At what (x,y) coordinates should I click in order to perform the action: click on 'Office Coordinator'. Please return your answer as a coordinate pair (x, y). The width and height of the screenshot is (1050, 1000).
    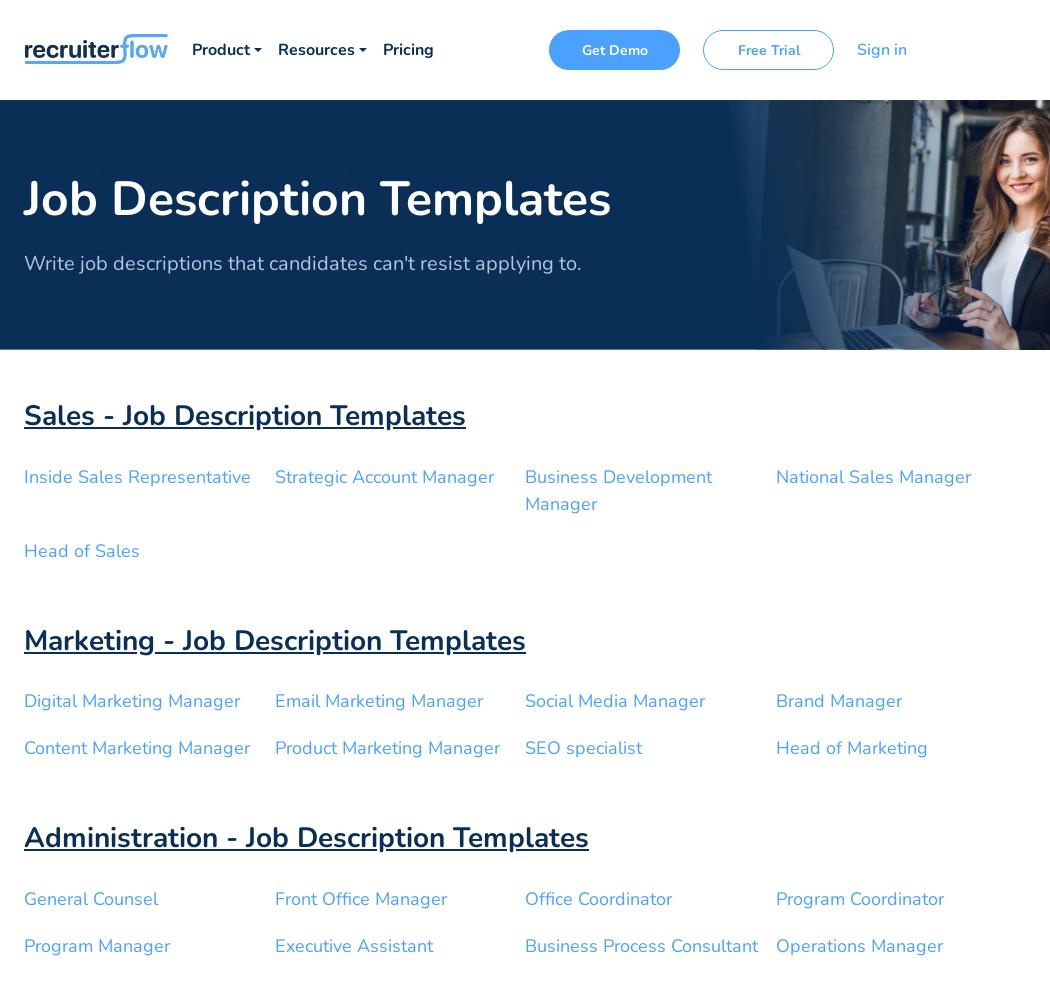
    Looking at the image, I should click on (597, 898).